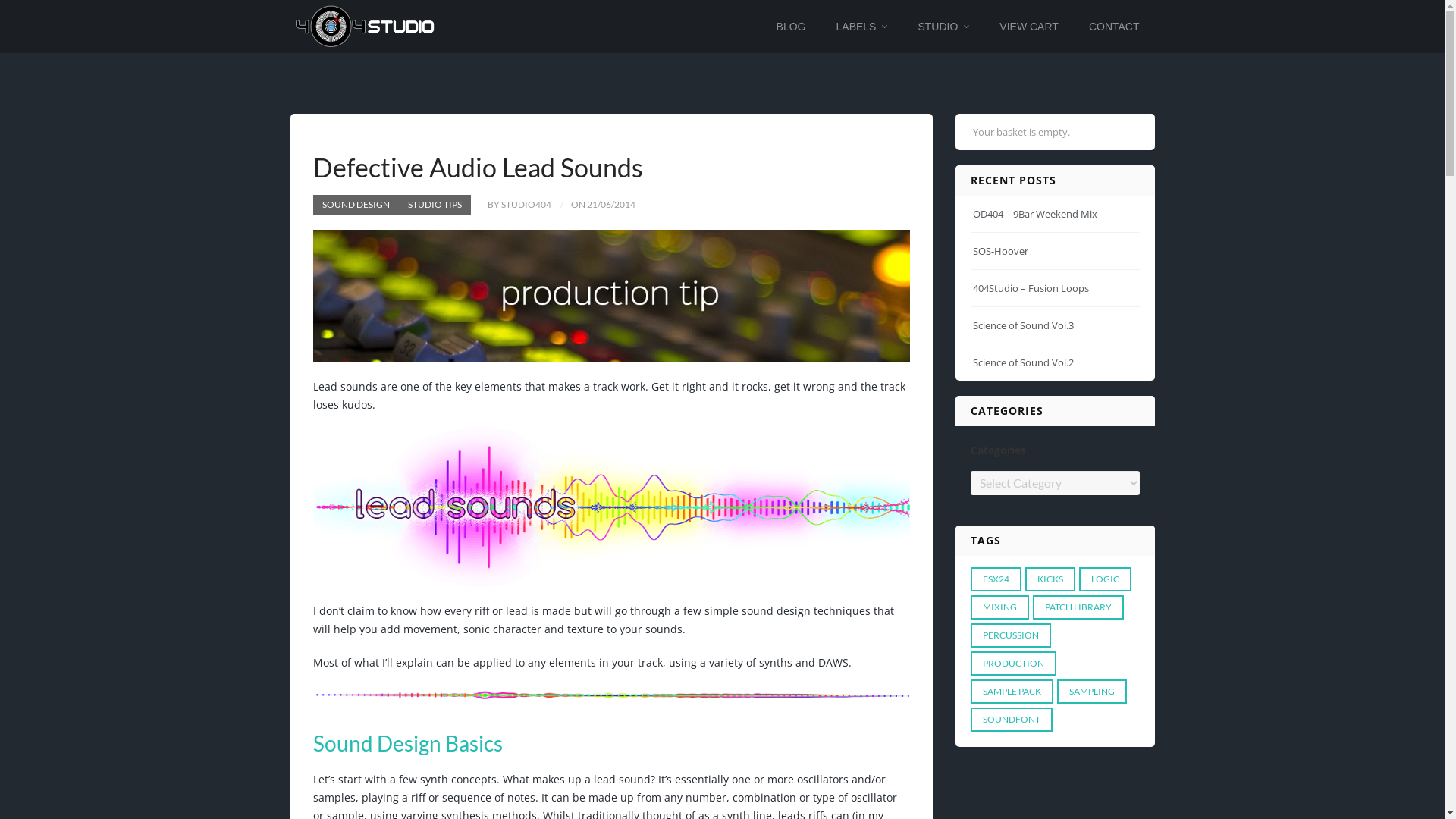 This screenshot has width=1456, height=819. I want to click on 'BLOG', so click(764, 26).